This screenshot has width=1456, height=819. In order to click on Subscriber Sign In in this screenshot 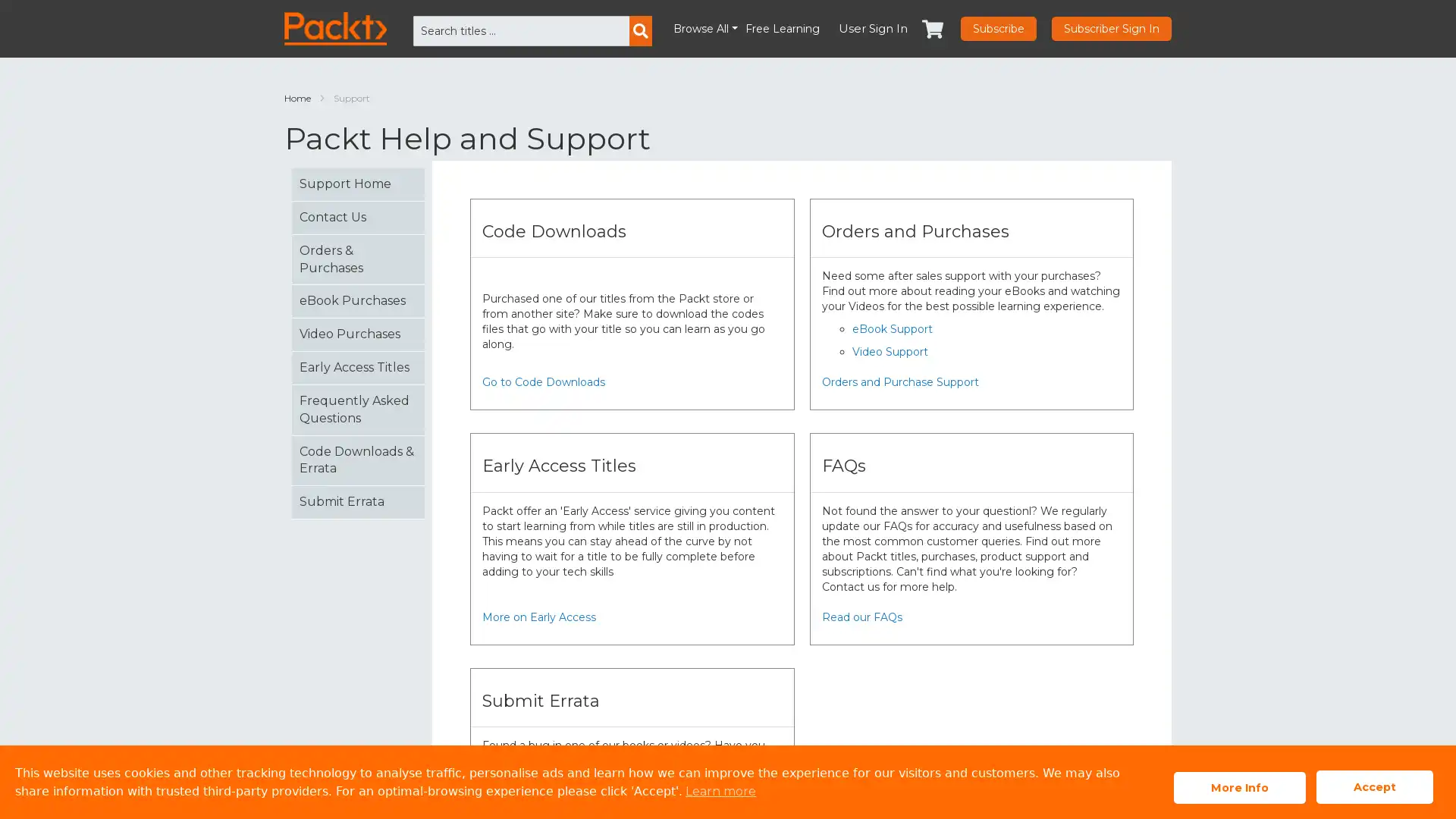, I will do `click(1111, 29)`.